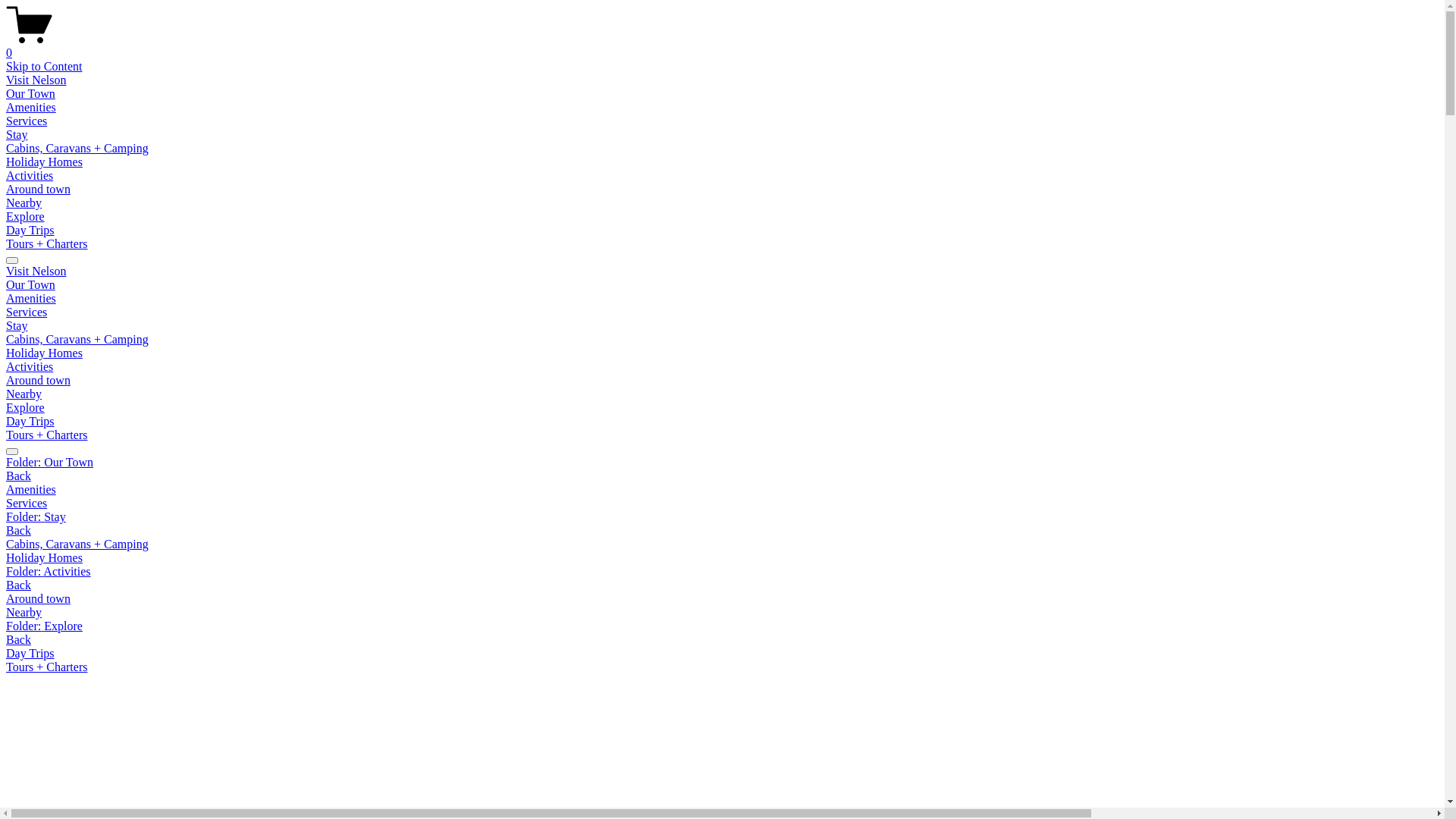  What do you see at coordinates (43, 65) in the screenshot?
I see `'Skip to Content'` at bounding box center [43, 65].